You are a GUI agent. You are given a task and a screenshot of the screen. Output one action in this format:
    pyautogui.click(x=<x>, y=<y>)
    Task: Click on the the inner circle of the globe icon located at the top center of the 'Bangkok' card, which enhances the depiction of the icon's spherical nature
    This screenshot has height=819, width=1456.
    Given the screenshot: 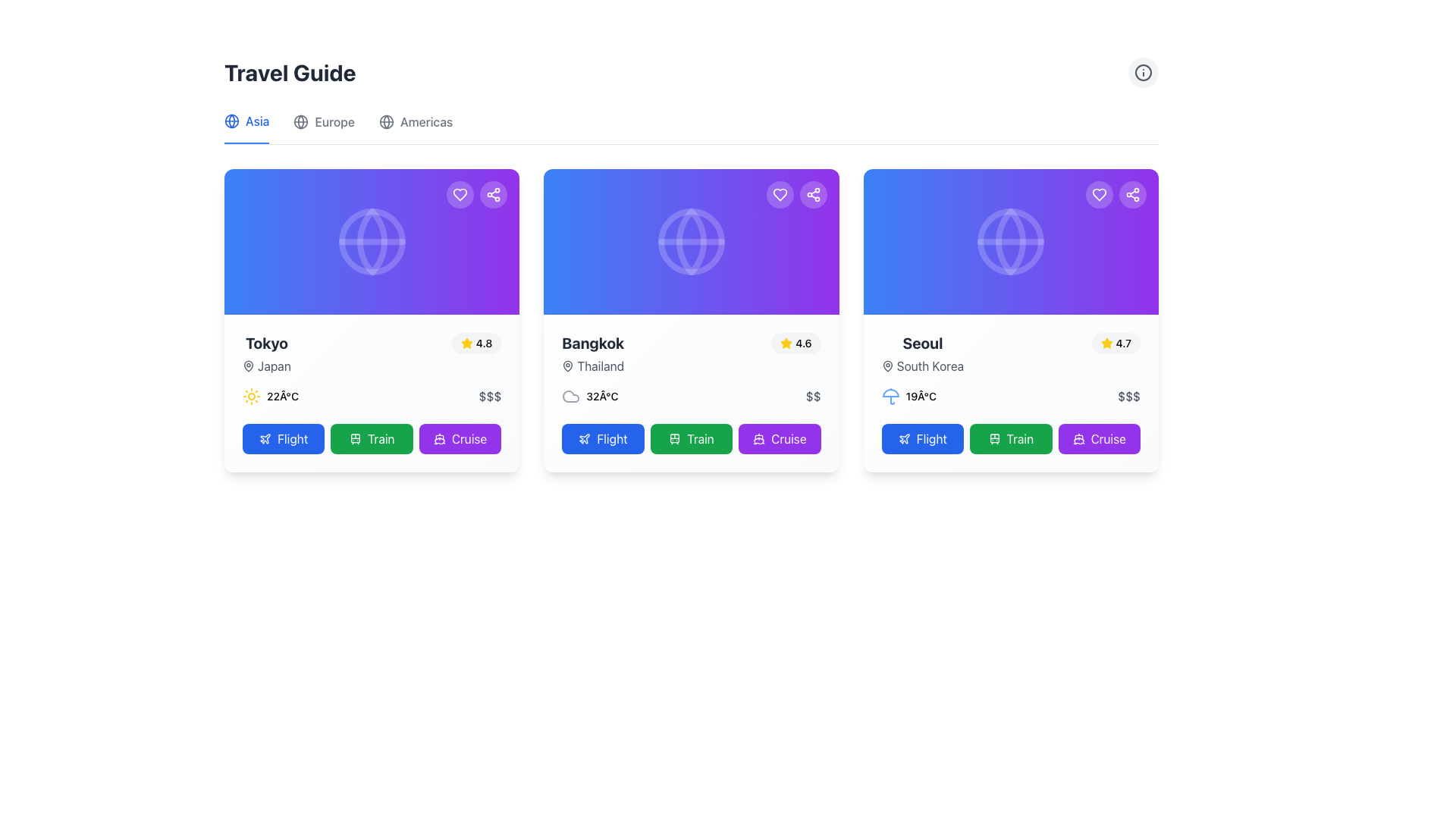 What is the action you would take?
    pyautogui.click(x=691, y=241)
    